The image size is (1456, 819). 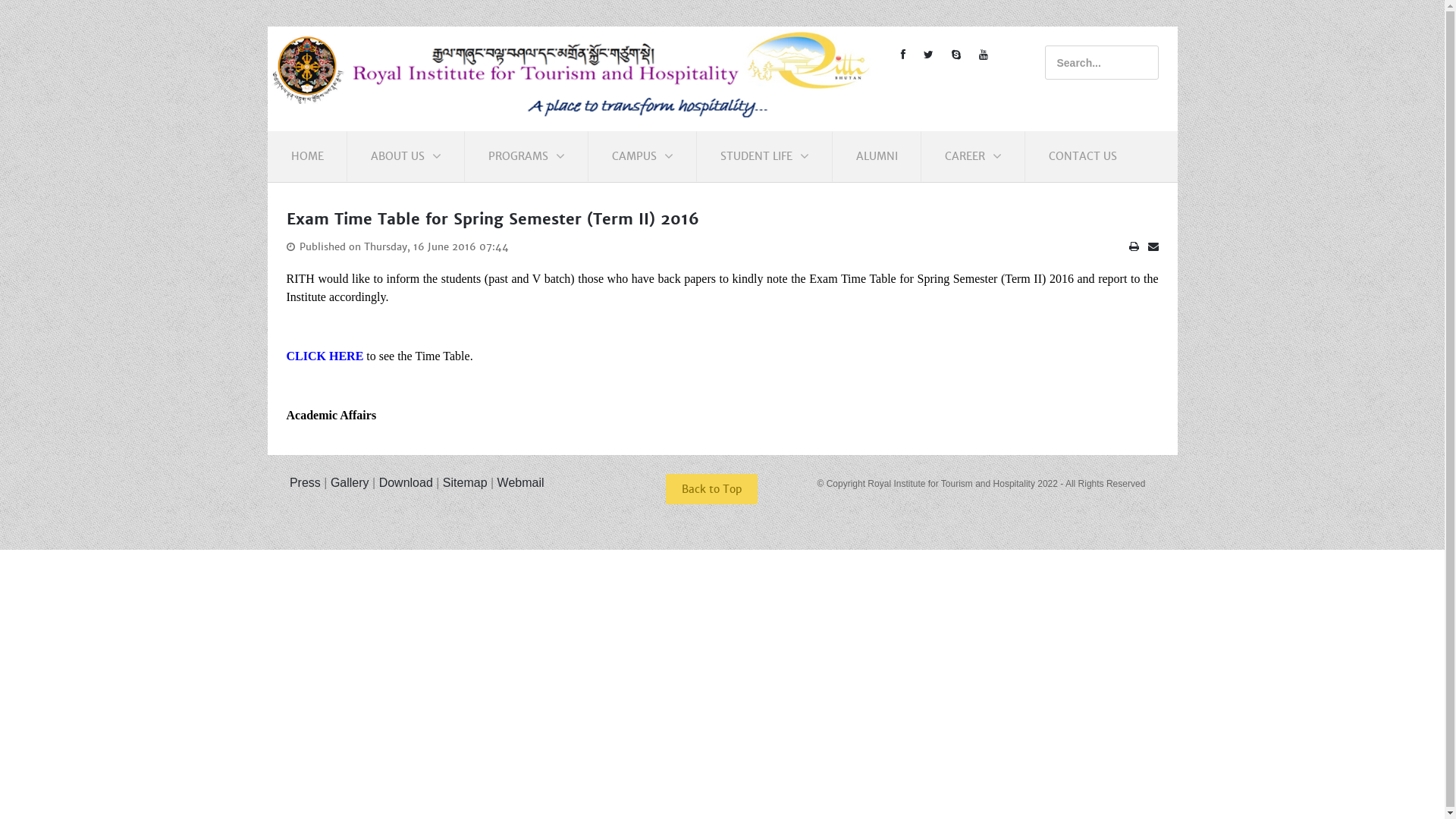 What do you see at coordinates (306, 156) in the screenshot?
I see `'HOME'` at bounding box center [306, 156].